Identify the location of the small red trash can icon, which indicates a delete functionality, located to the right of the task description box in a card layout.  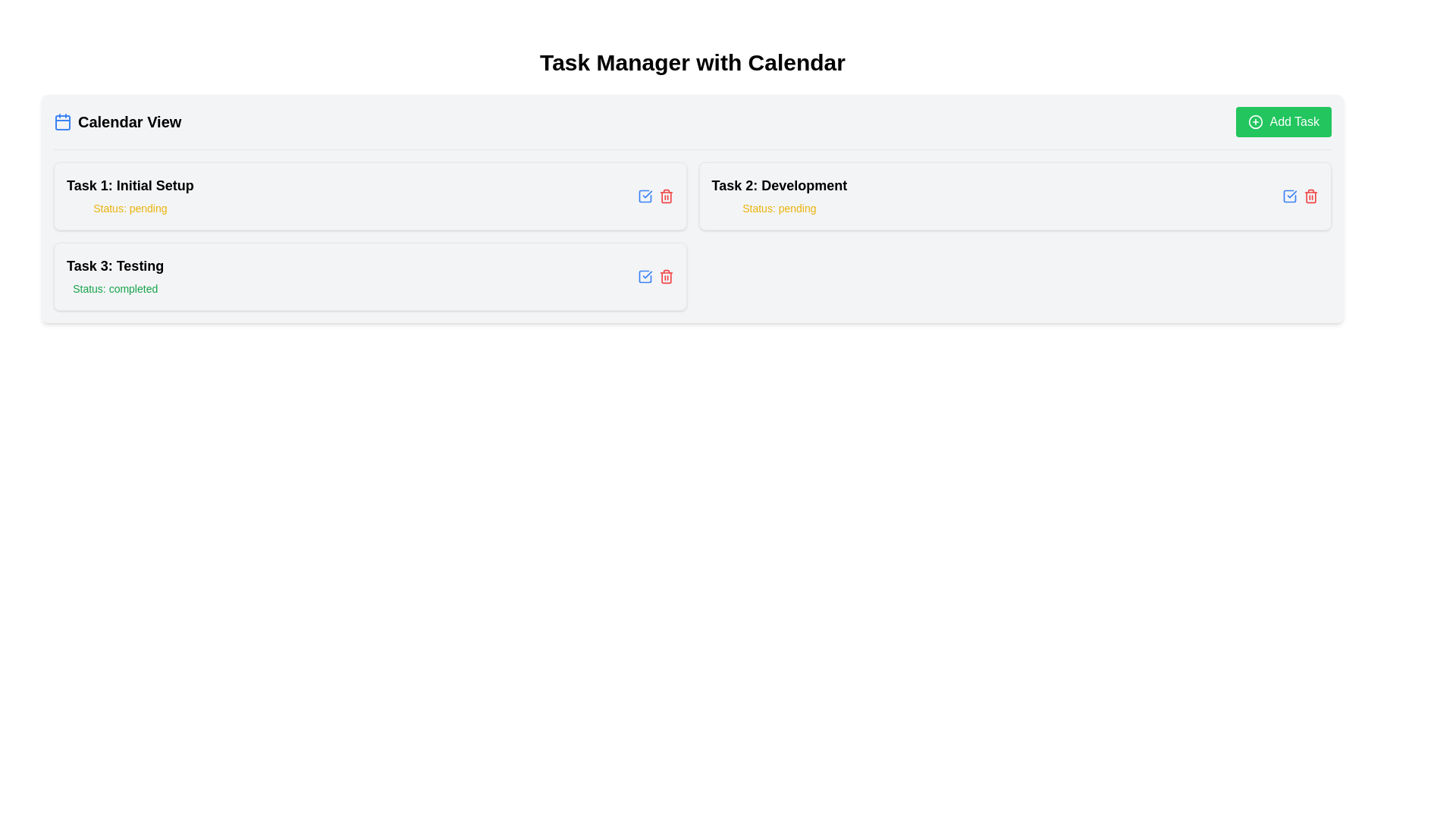
(666, 277).